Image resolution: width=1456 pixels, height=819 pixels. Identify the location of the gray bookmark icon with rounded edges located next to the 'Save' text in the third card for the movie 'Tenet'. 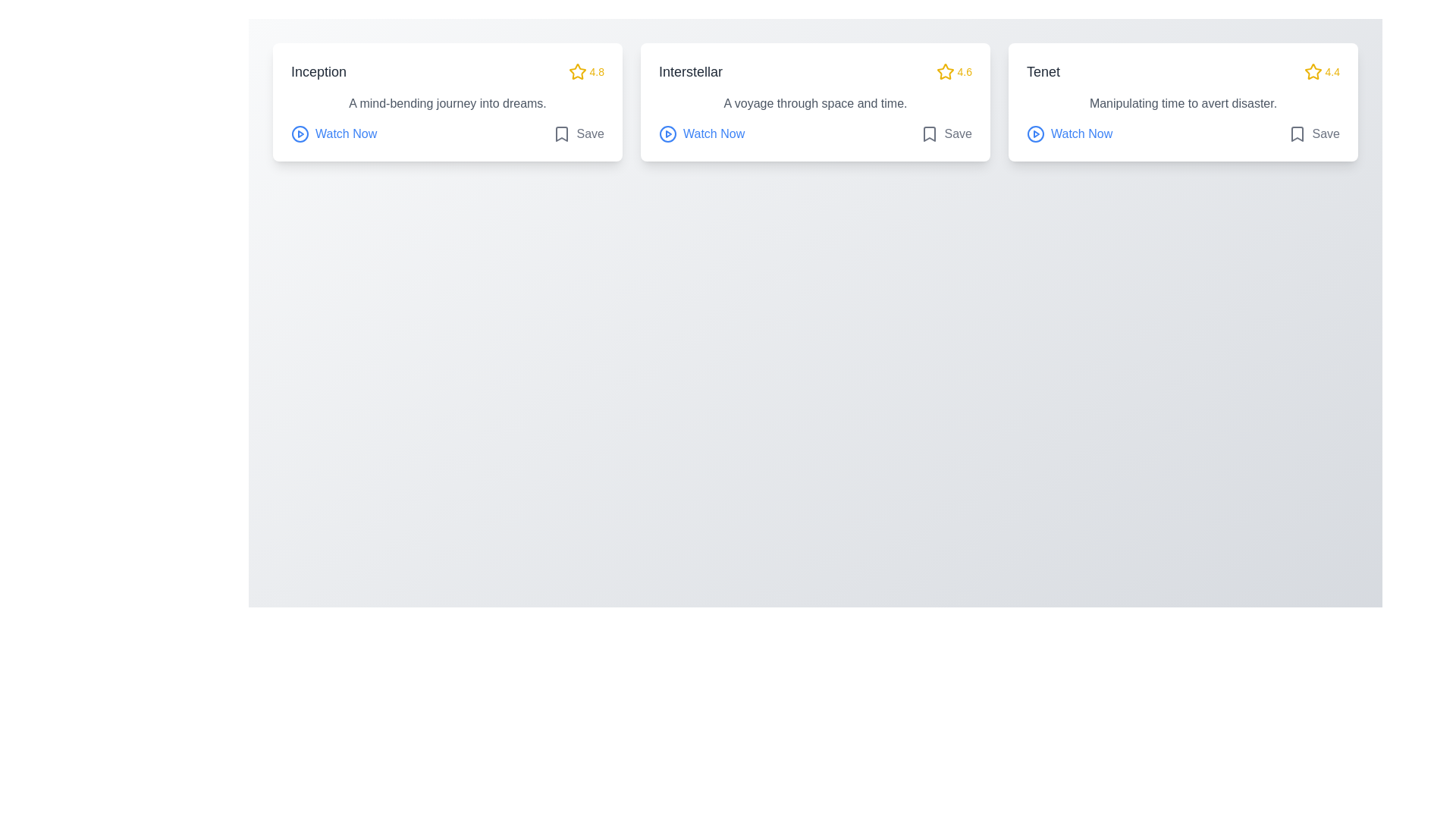
(1295, 133).